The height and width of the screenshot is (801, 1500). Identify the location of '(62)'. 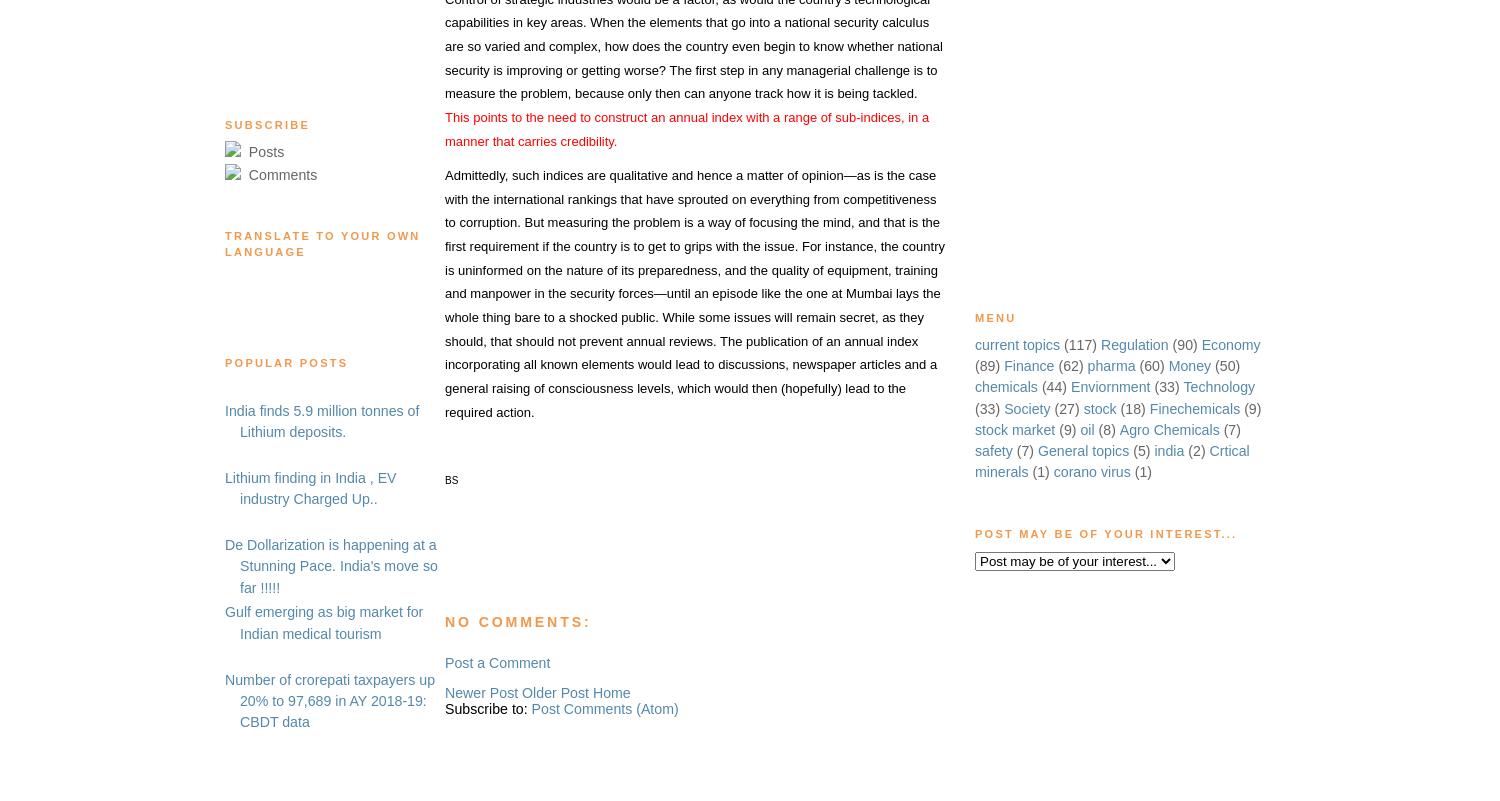
(1069, 365).